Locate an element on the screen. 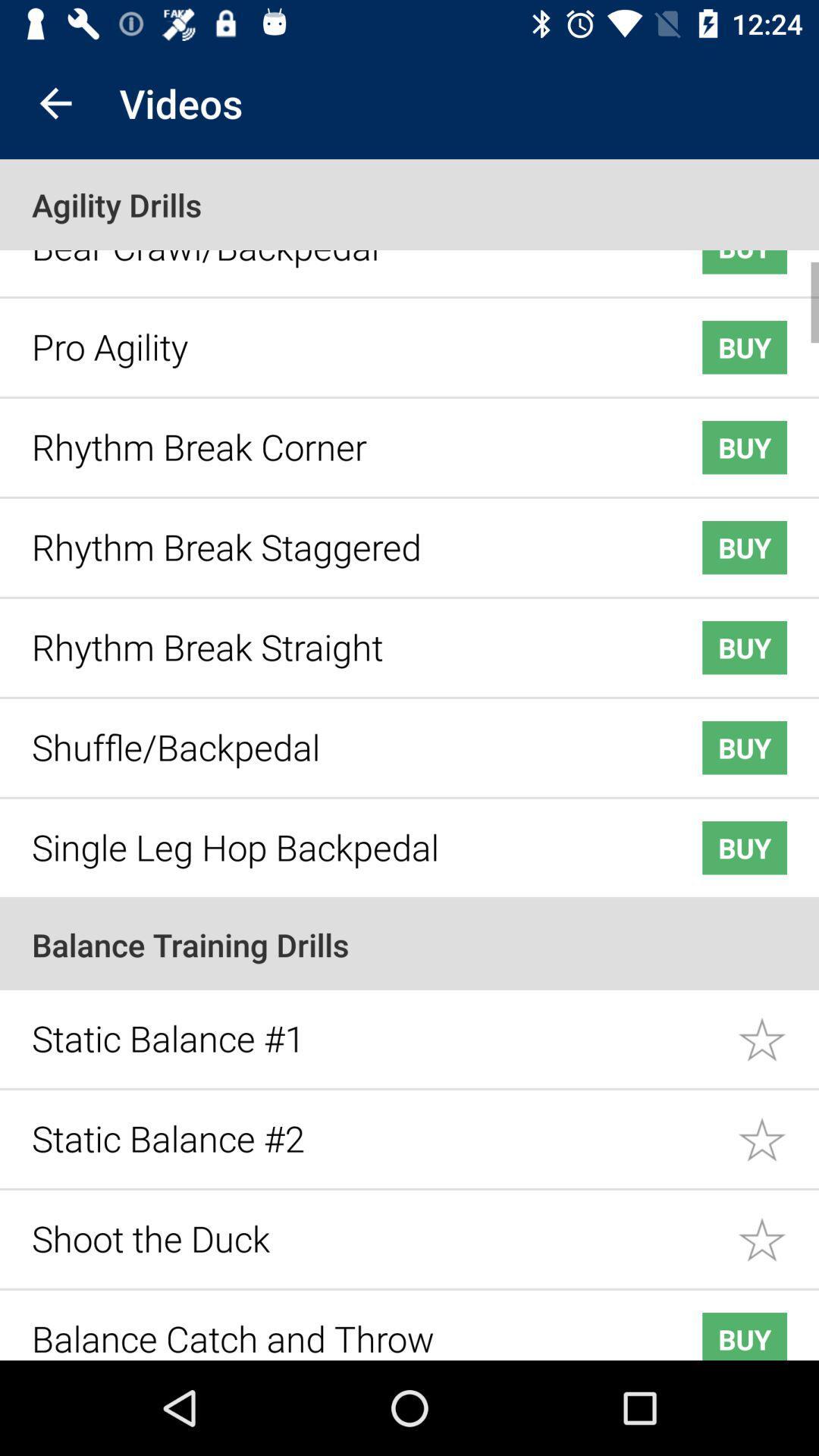 Image resolution: width=819 pixels, height=1456 pixels. shoot the duck icon is located at coordinates (375, 1227).